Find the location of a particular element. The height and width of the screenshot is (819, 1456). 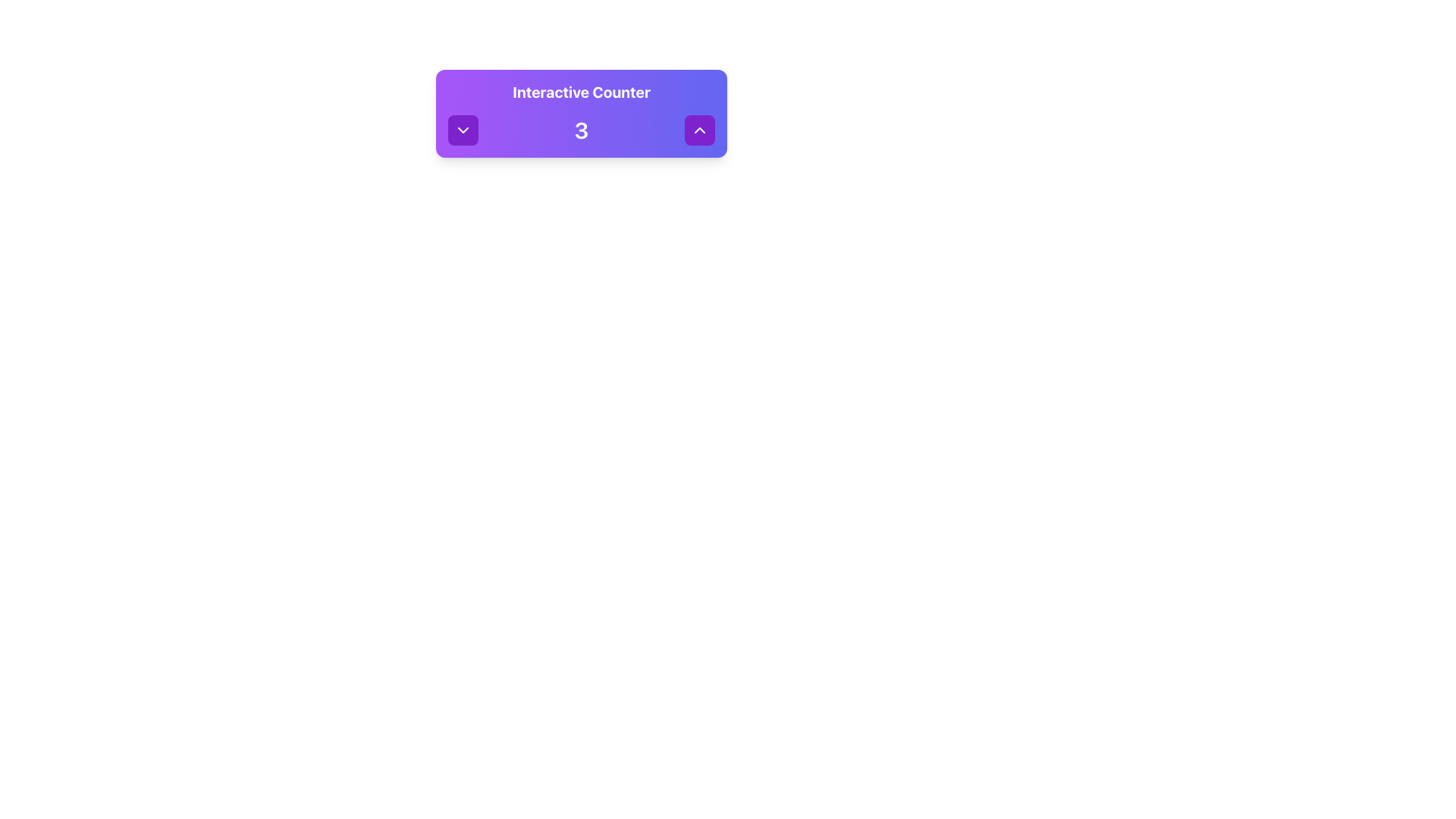

the increment button located at the rightmost position of the control group, adjacent to the center numerical counter display is located at coordinates (698, 130).